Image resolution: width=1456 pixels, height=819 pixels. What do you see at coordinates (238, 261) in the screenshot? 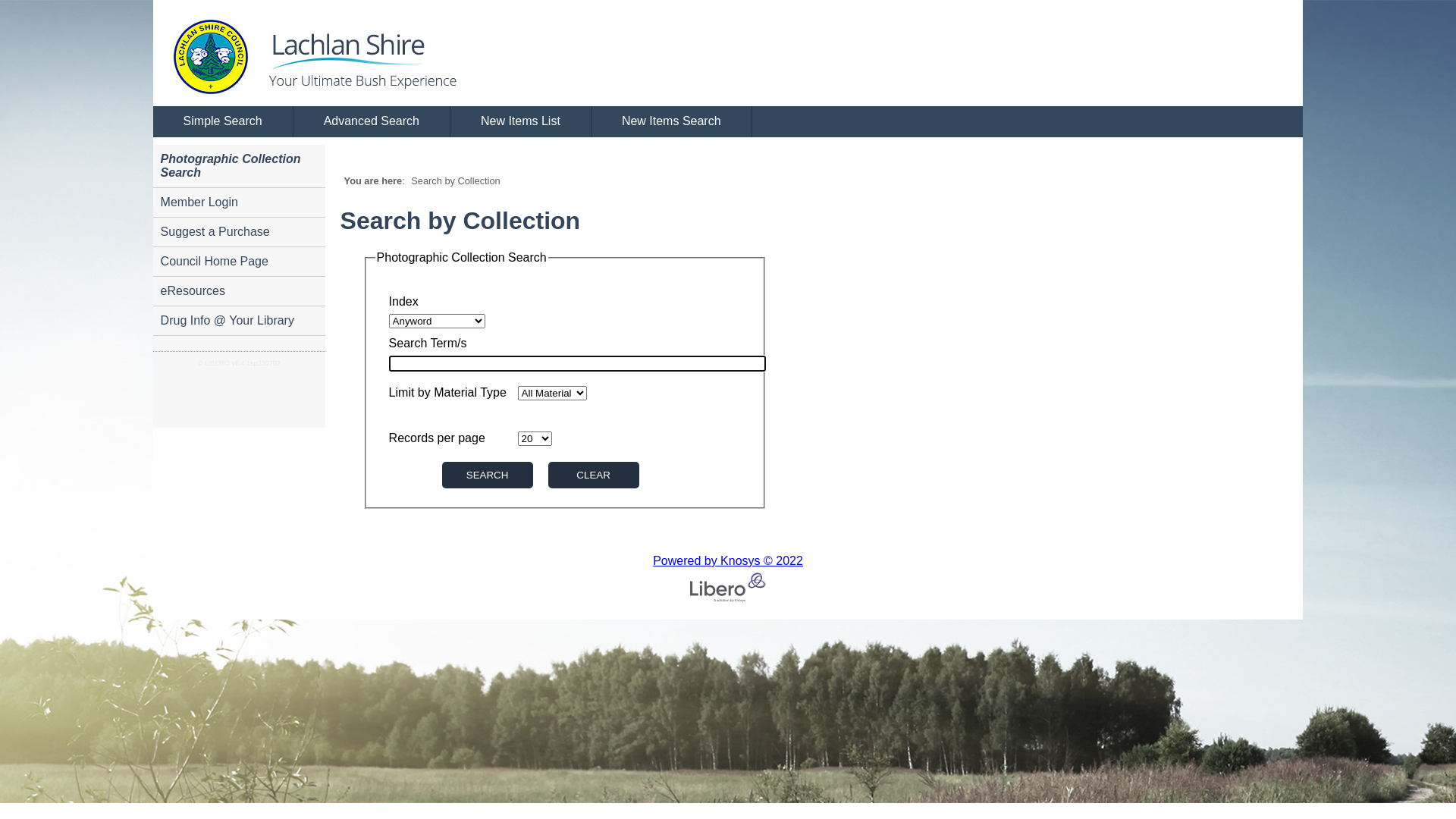
I see `'Council Home Page'` at bounding box center [238, 261].